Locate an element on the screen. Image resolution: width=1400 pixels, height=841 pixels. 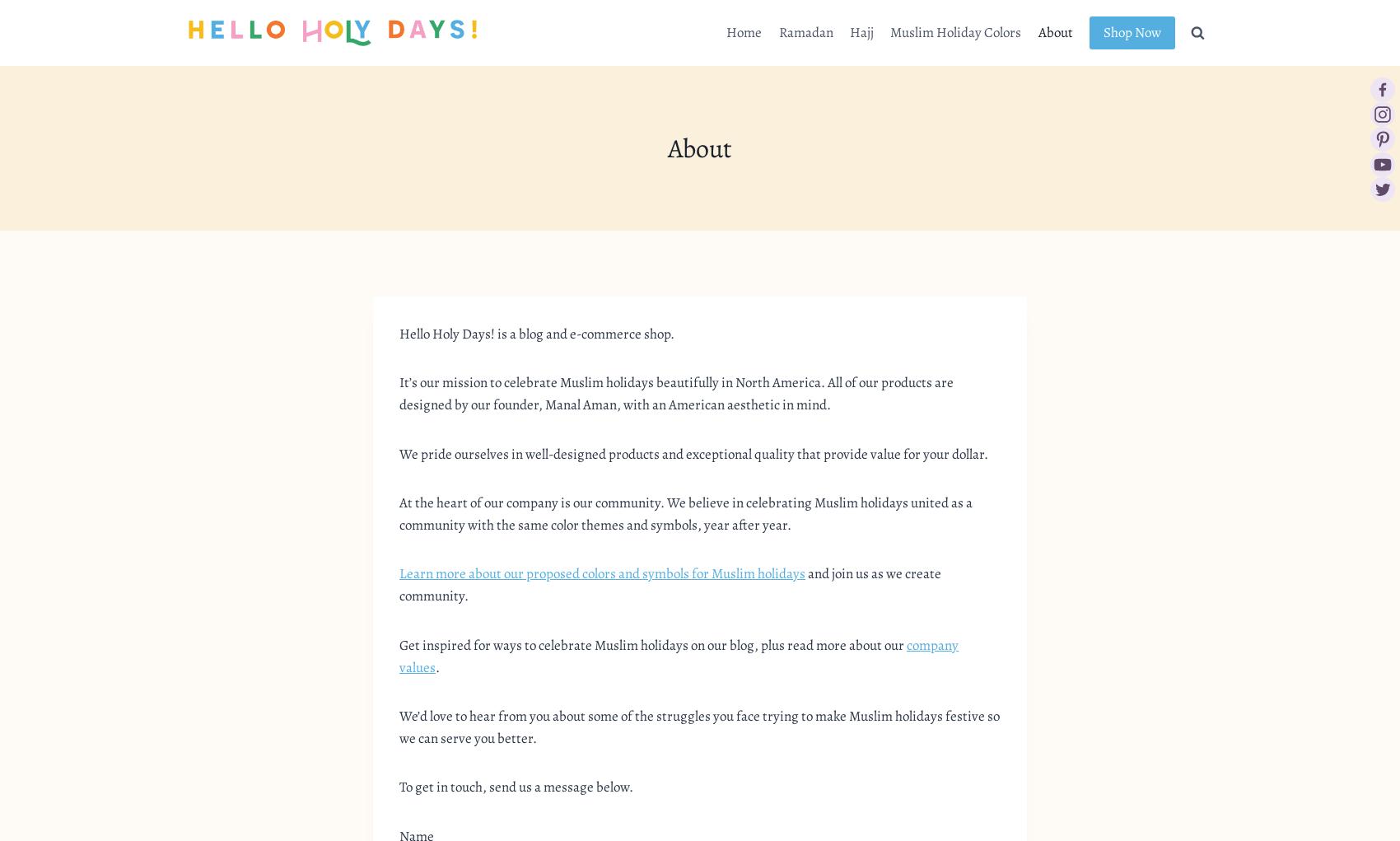
'It’s our mission to celebrate Muslim holidays beautifully in North America. All of our products are designed by our founder, Manal Aman, with an American aesthetic in mind.' is located at coordinates (675, 393).